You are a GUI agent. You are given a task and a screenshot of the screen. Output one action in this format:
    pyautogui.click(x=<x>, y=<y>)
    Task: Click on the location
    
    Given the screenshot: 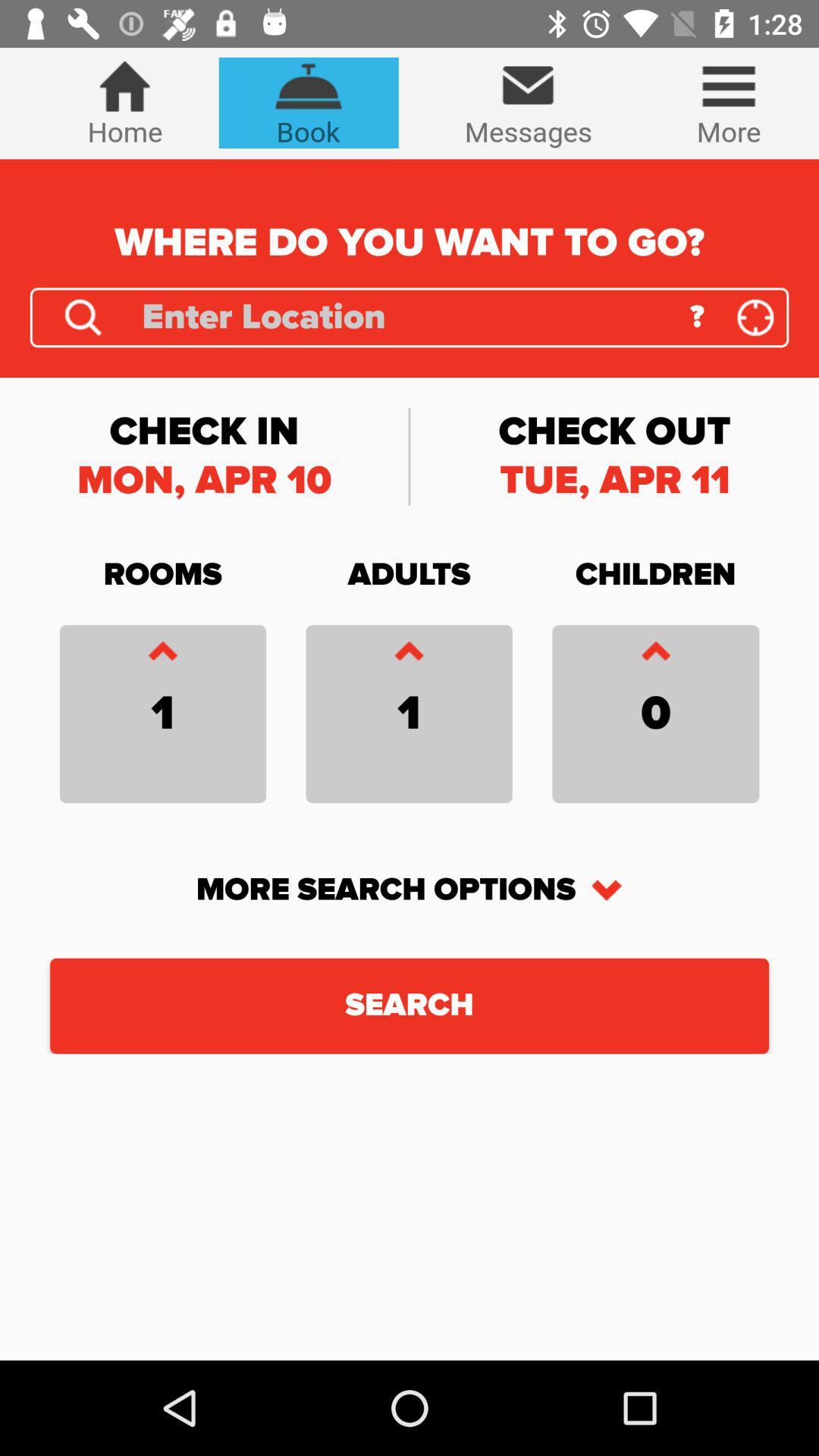 What is the action you would take?
    pyautogui.click(x=83, y=316)
    